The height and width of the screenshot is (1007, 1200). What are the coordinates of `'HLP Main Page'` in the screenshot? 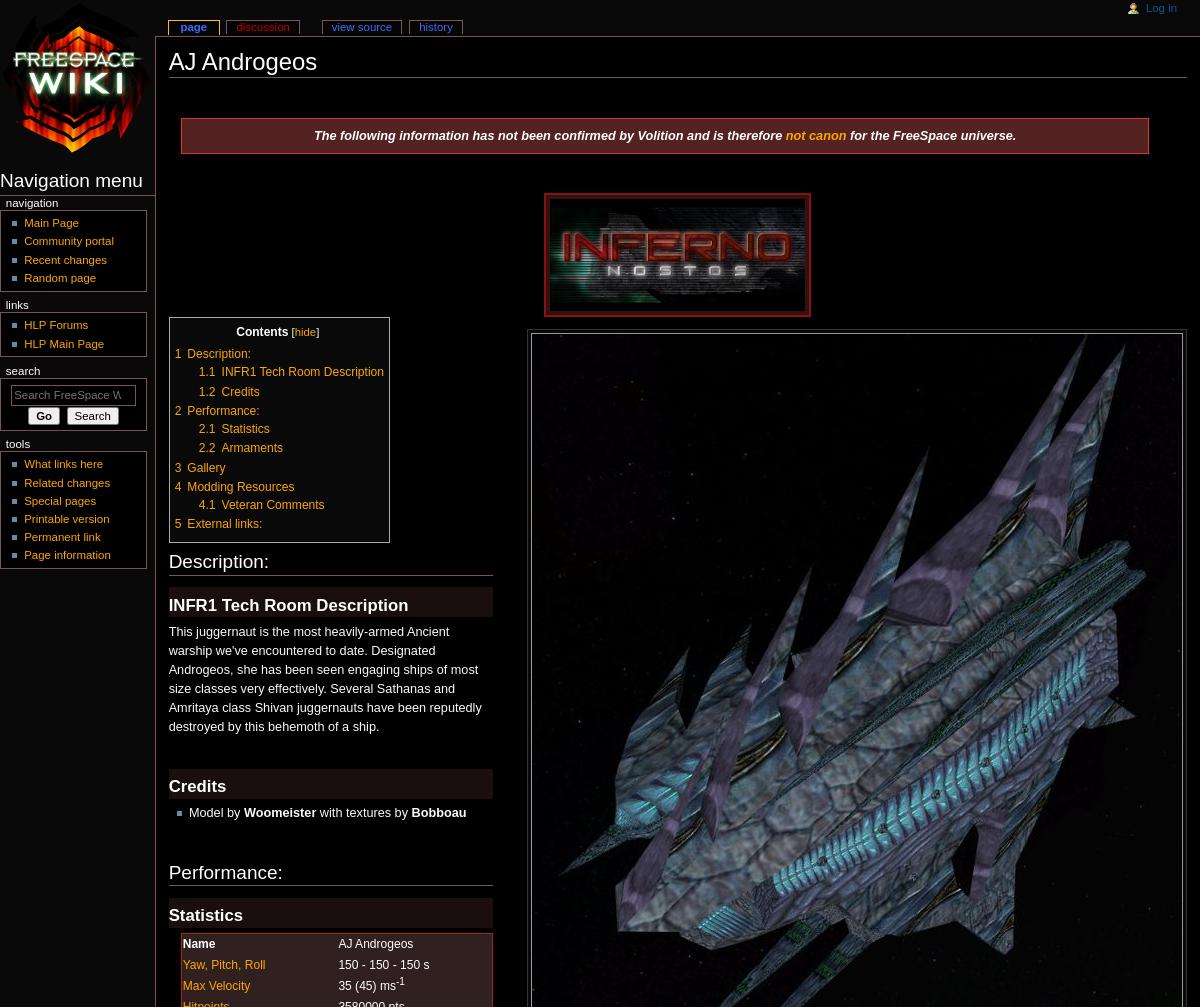 It's located at (63, 342).